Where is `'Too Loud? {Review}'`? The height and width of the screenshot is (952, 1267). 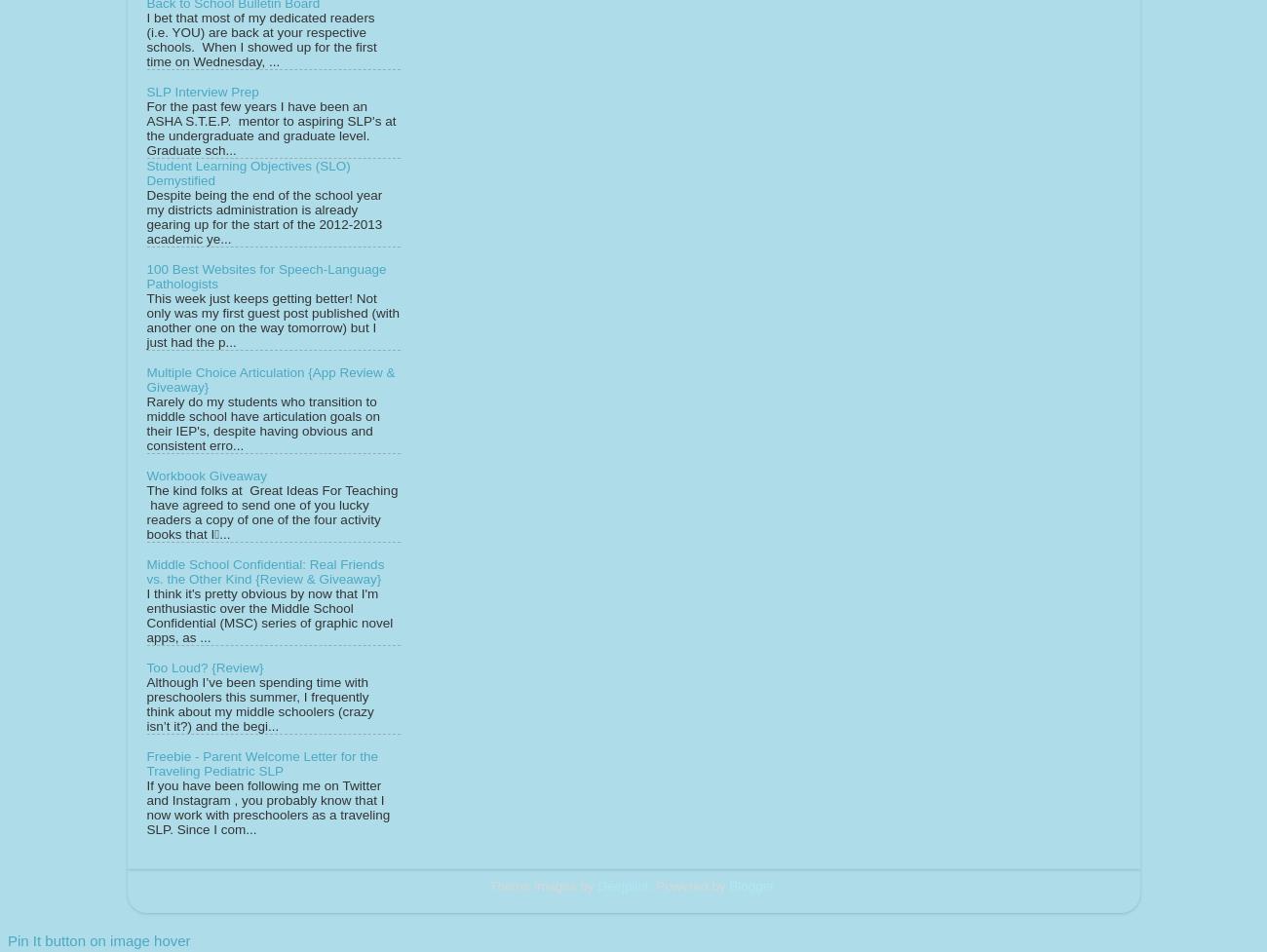 'Too Loud? {Review}' is located at coordinates (204, 666).